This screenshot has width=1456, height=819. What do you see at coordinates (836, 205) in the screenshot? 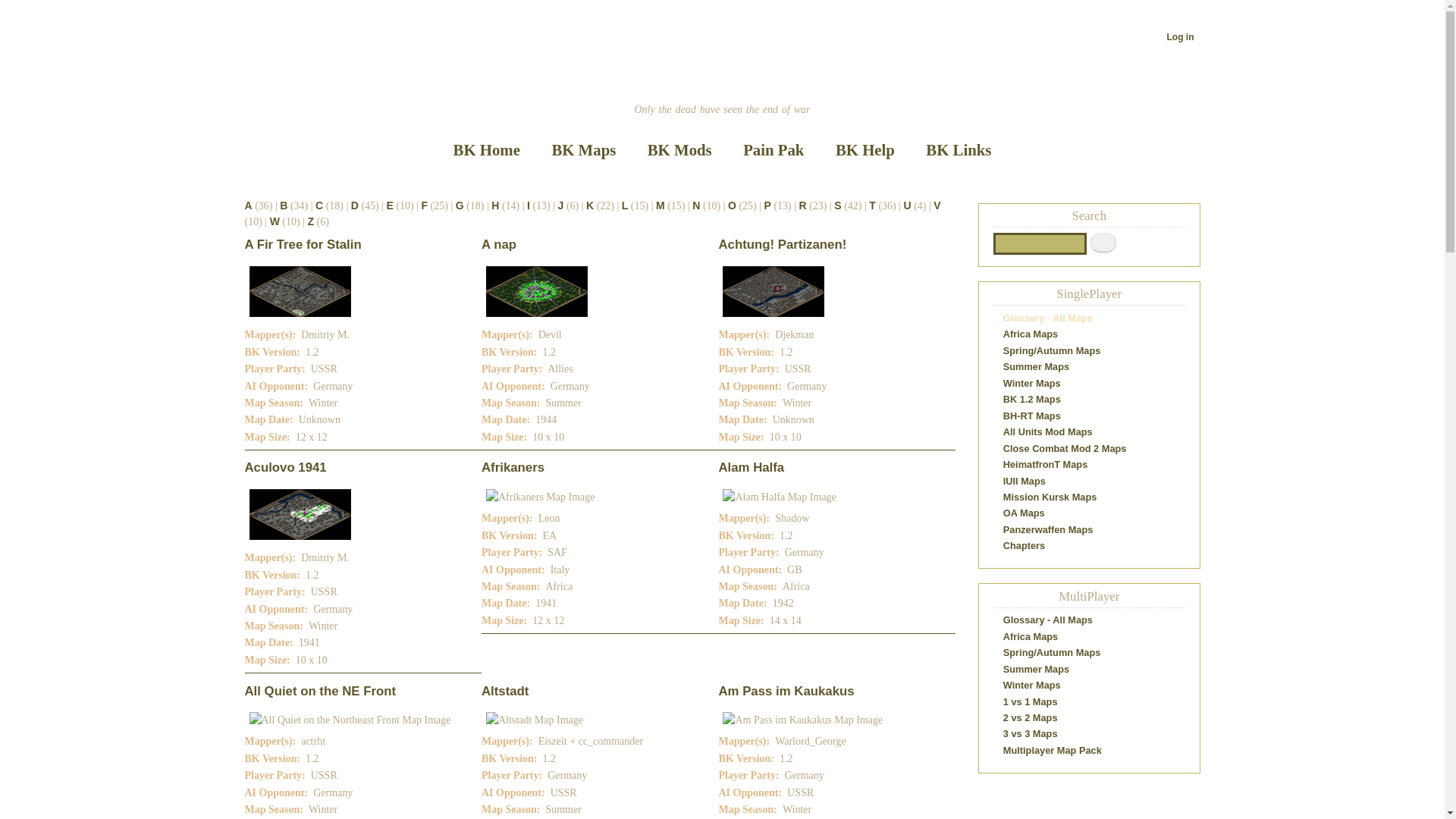
I see `'S'` at bounding box center [836, 205].